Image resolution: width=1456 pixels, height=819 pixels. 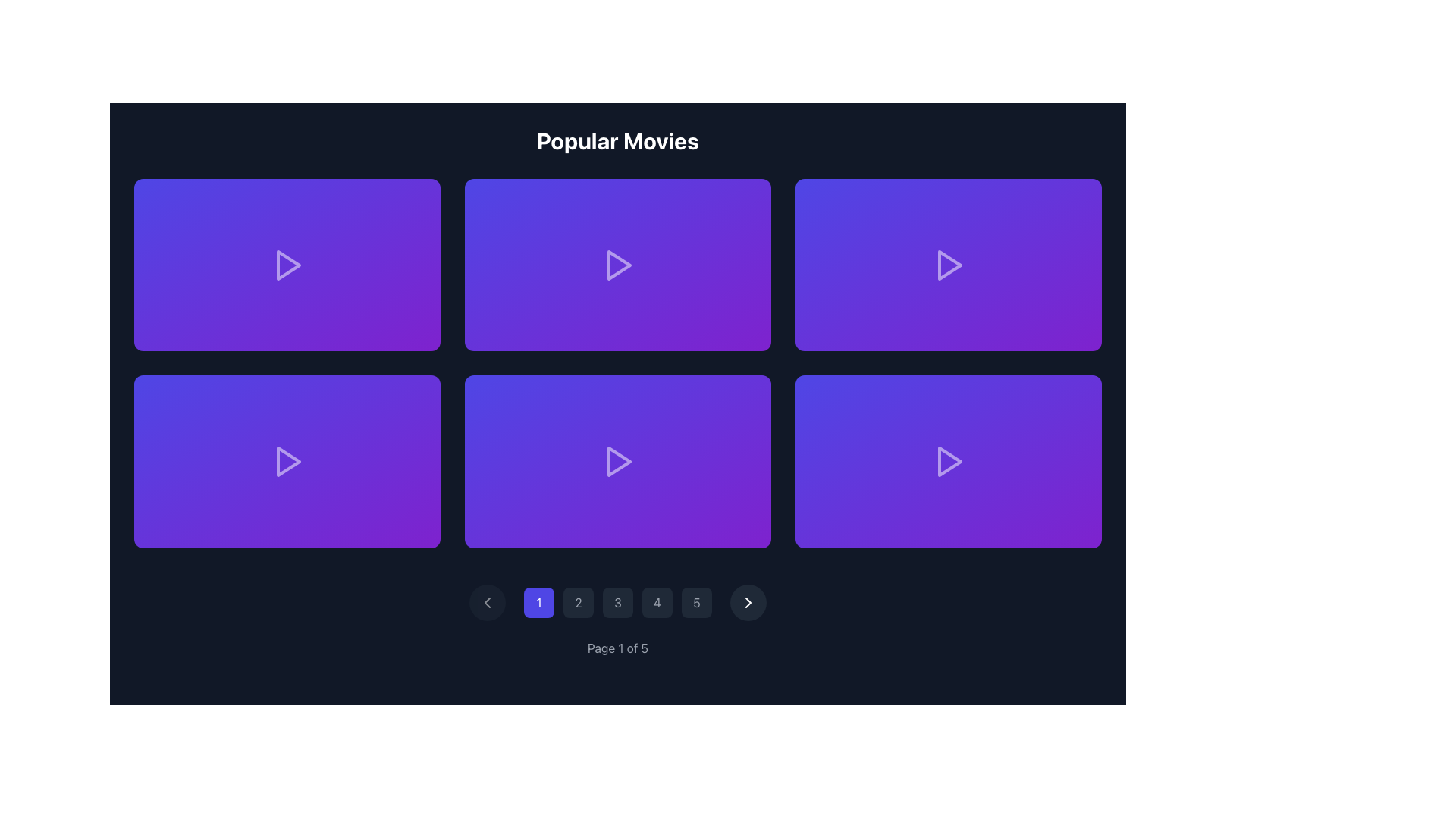 I want to click on the play button located in the bottom row, center column of a 2 by 3 grid layout, which serves to play multimedia content, so click(x=618, y=460).